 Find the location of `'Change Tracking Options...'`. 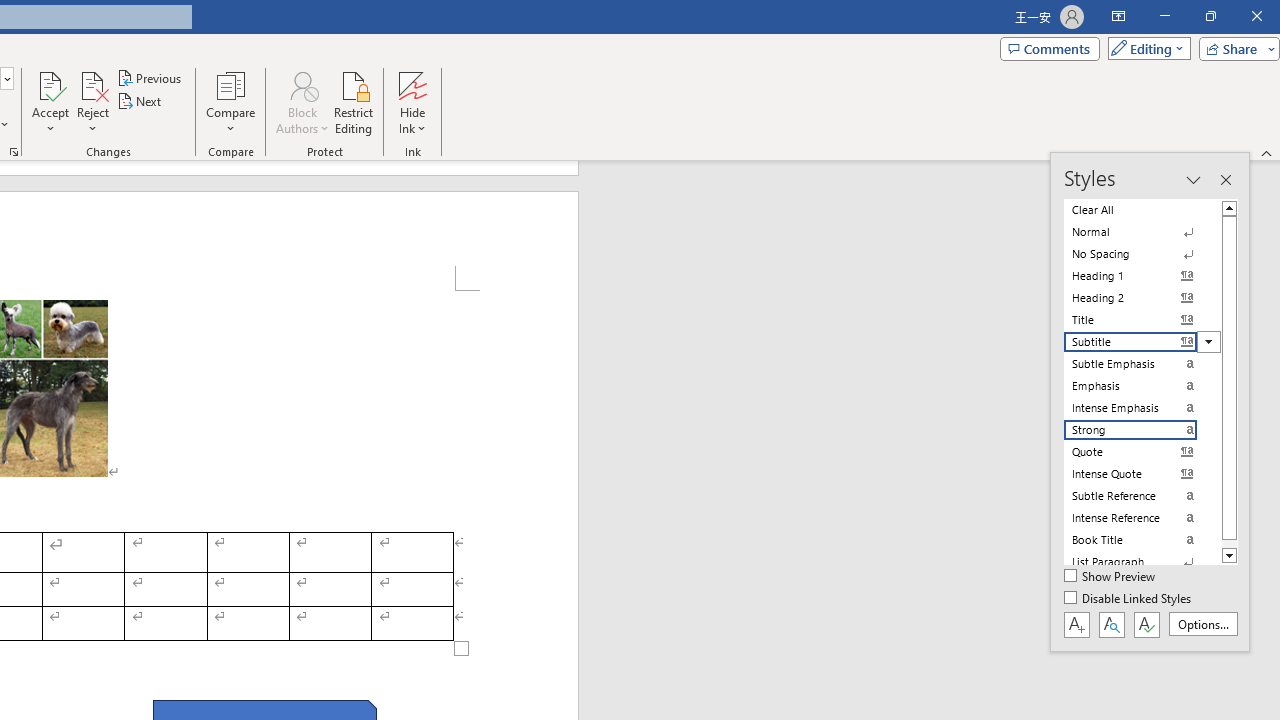

'Change Tracking Options...' is located at coordinates (14, 150).